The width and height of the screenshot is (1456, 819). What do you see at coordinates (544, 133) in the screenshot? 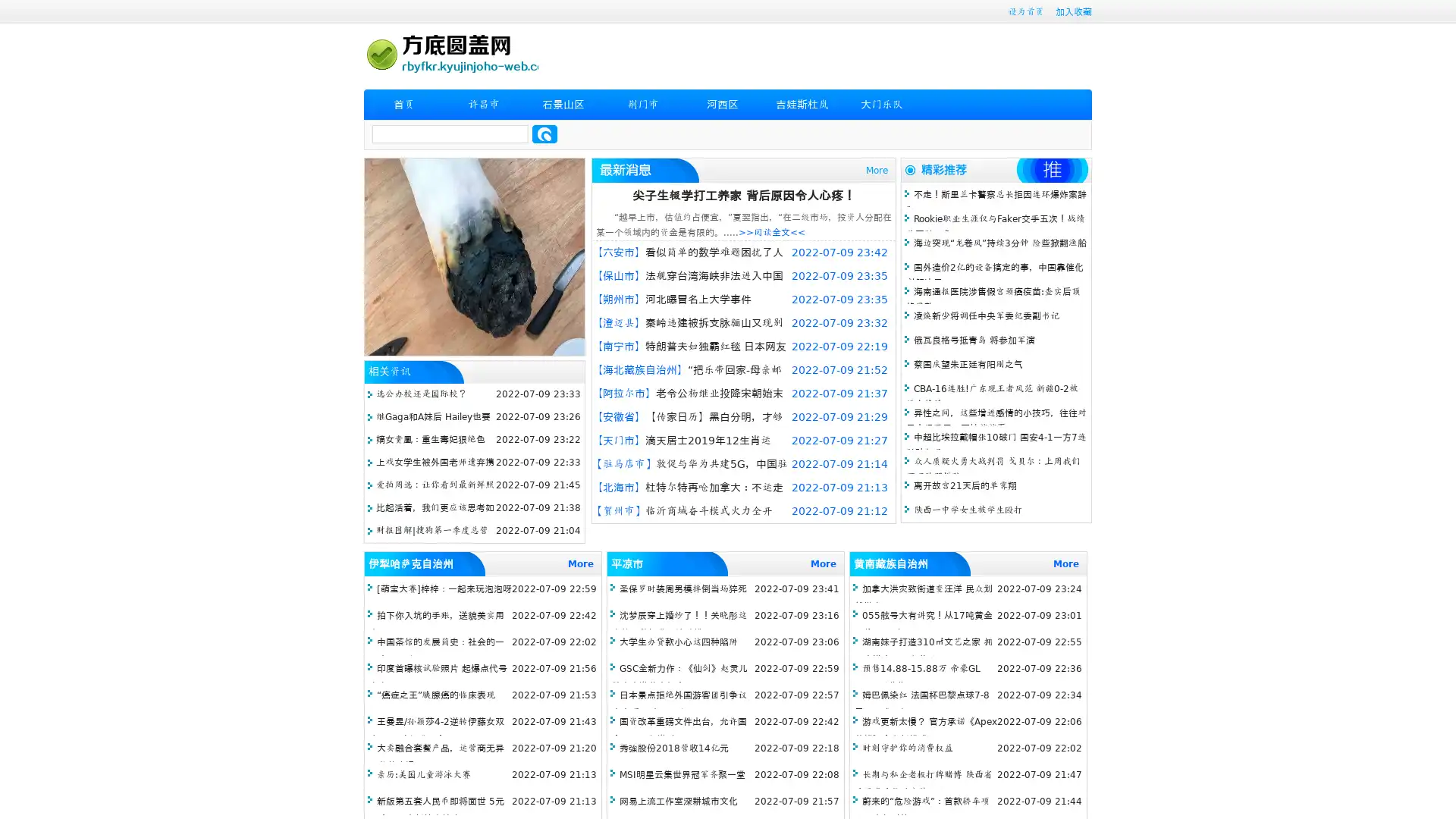
I see `Search` at bounding box center [544, 133].